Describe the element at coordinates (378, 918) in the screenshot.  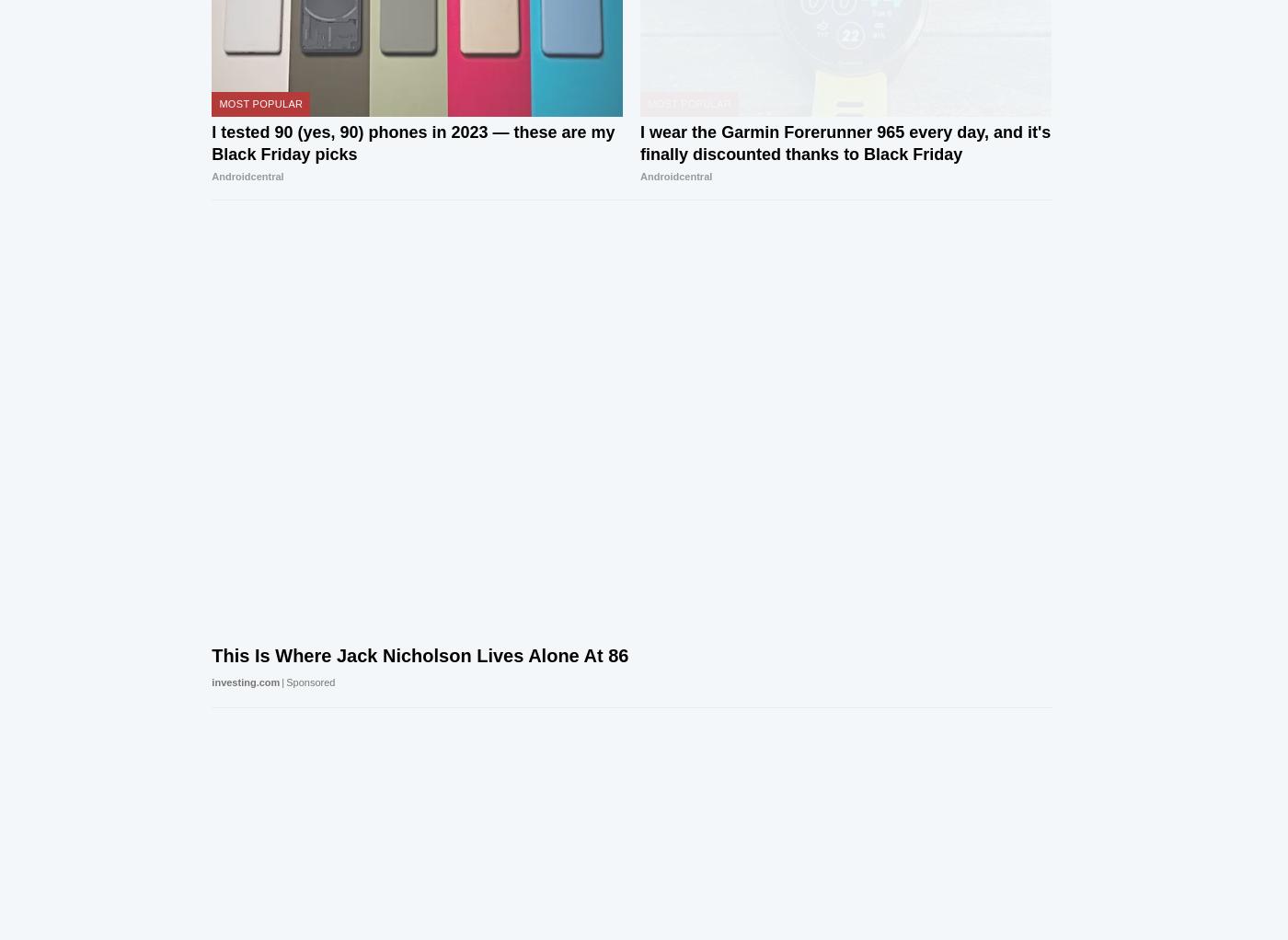
I see `'Advertising'` at that location.